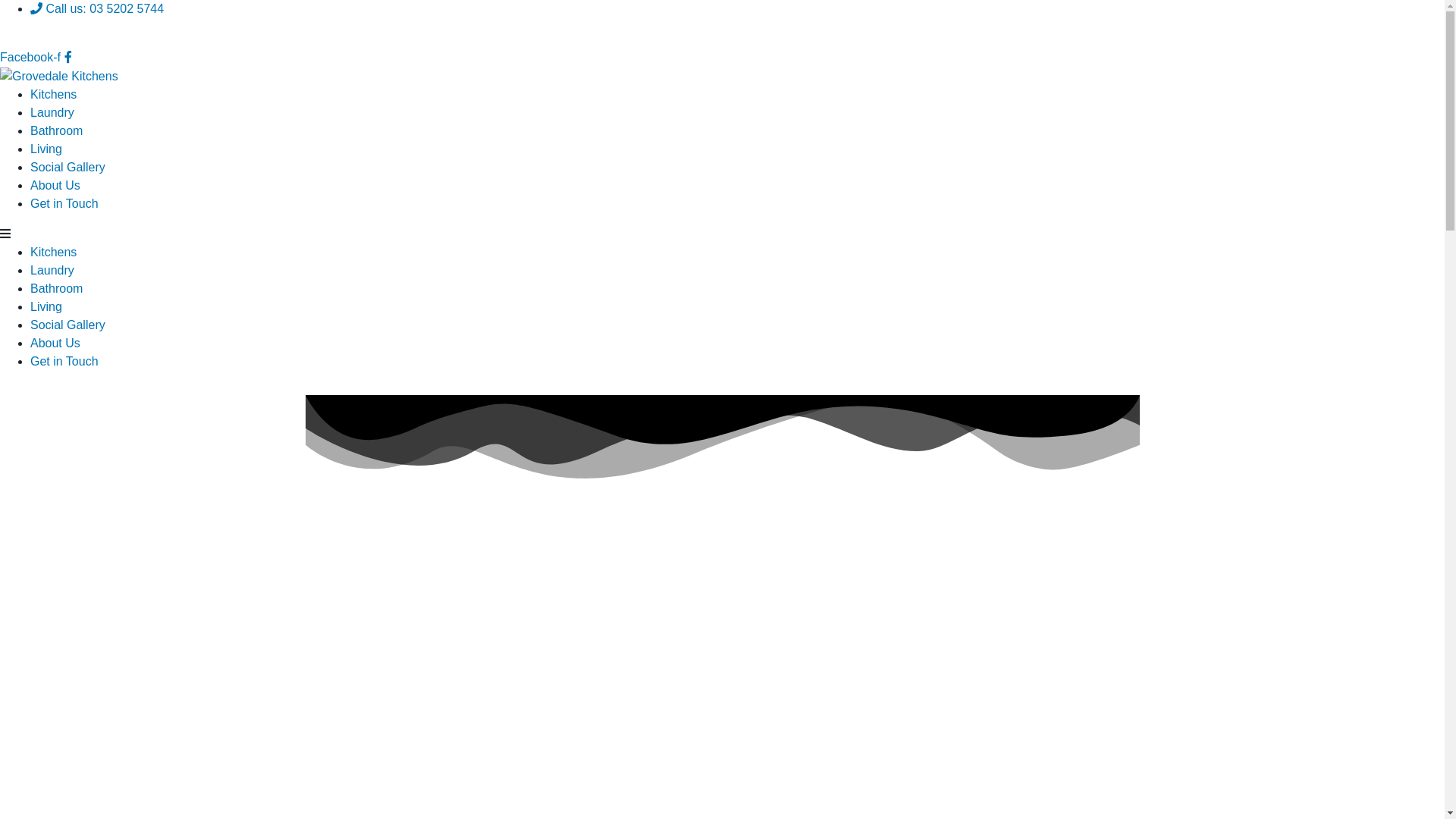  I want to click on 'Living', so click(46, 149).